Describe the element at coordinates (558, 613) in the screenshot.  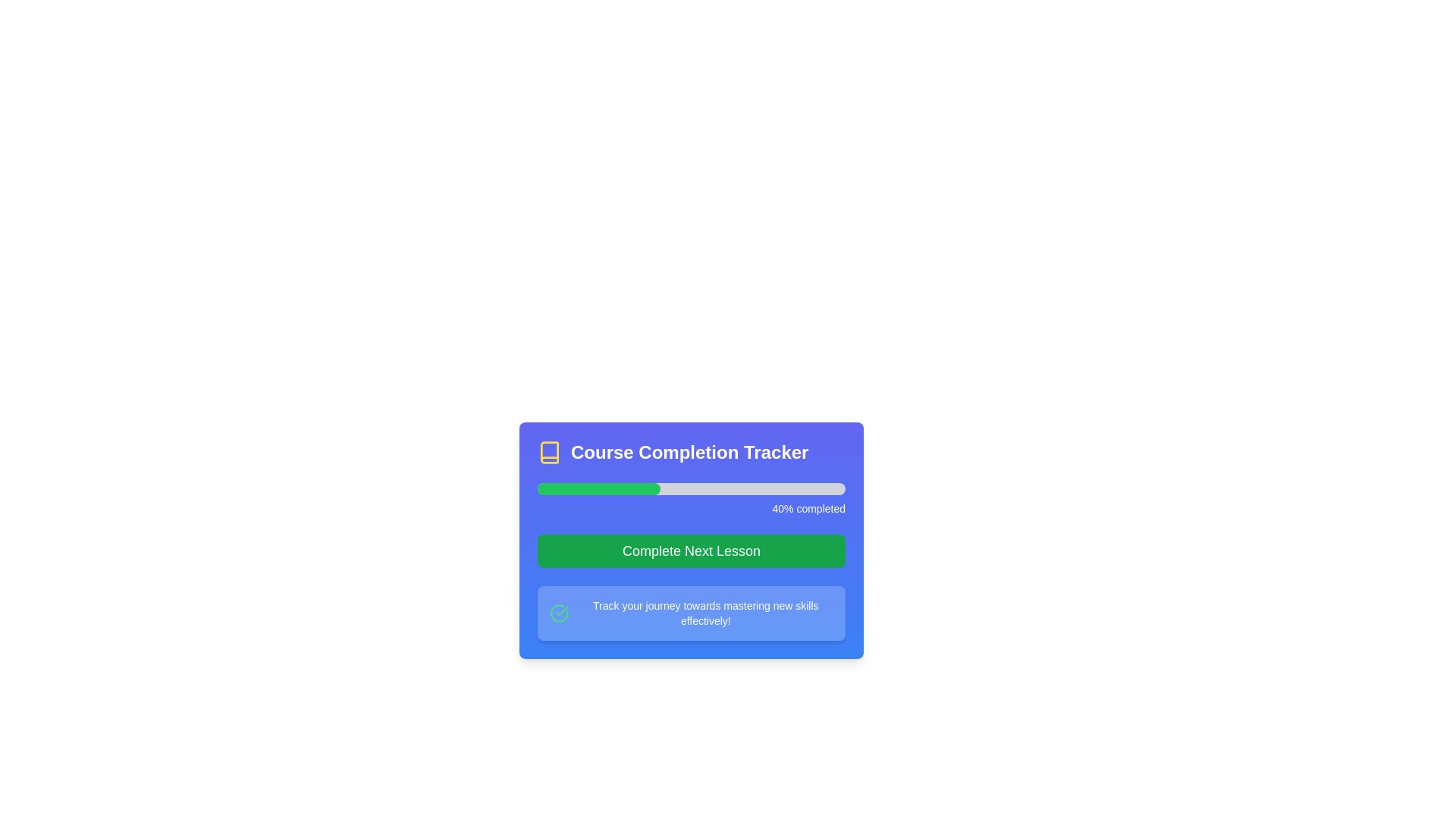
I see `the circular green icon with a check mark that symbolizes completion, located to the left of the text 'Track your journey towards mastering new skills effectively!' at the bottom of the card layout` at that location.